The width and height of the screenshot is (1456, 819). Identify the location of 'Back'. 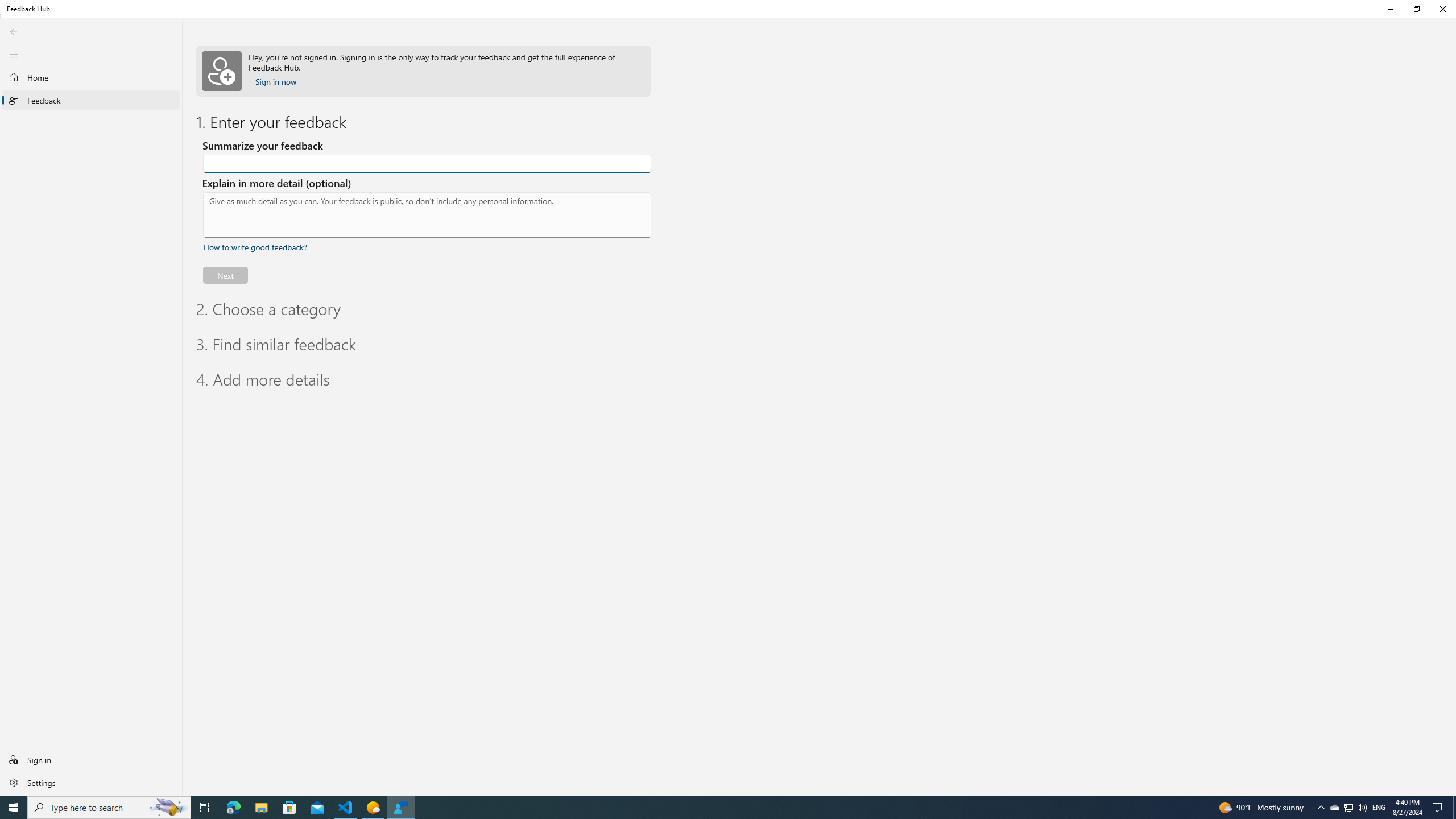
(14, 31).